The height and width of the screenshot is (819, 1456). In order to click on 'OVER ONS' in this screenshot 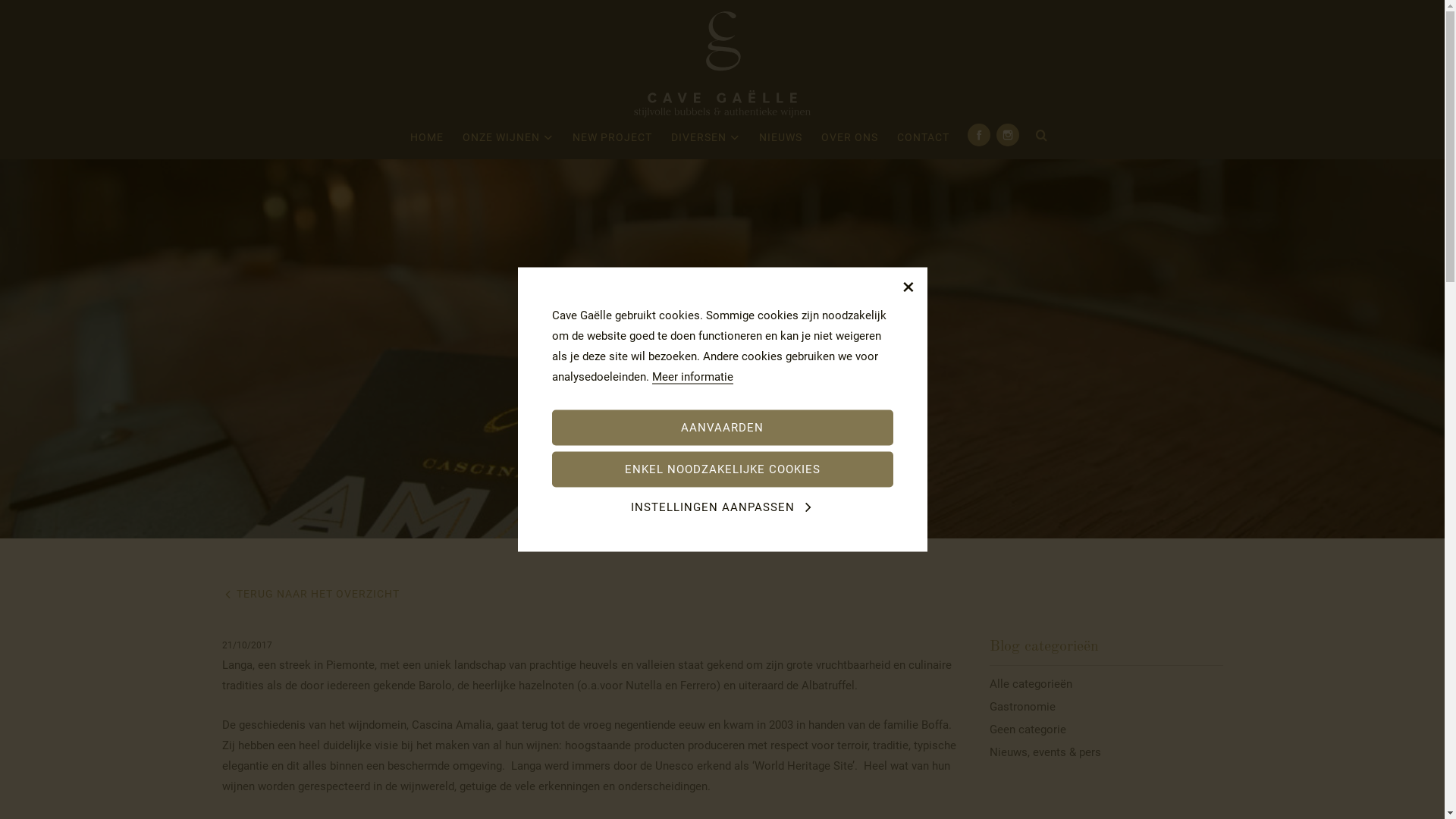, I will do `click(849, 140)`.